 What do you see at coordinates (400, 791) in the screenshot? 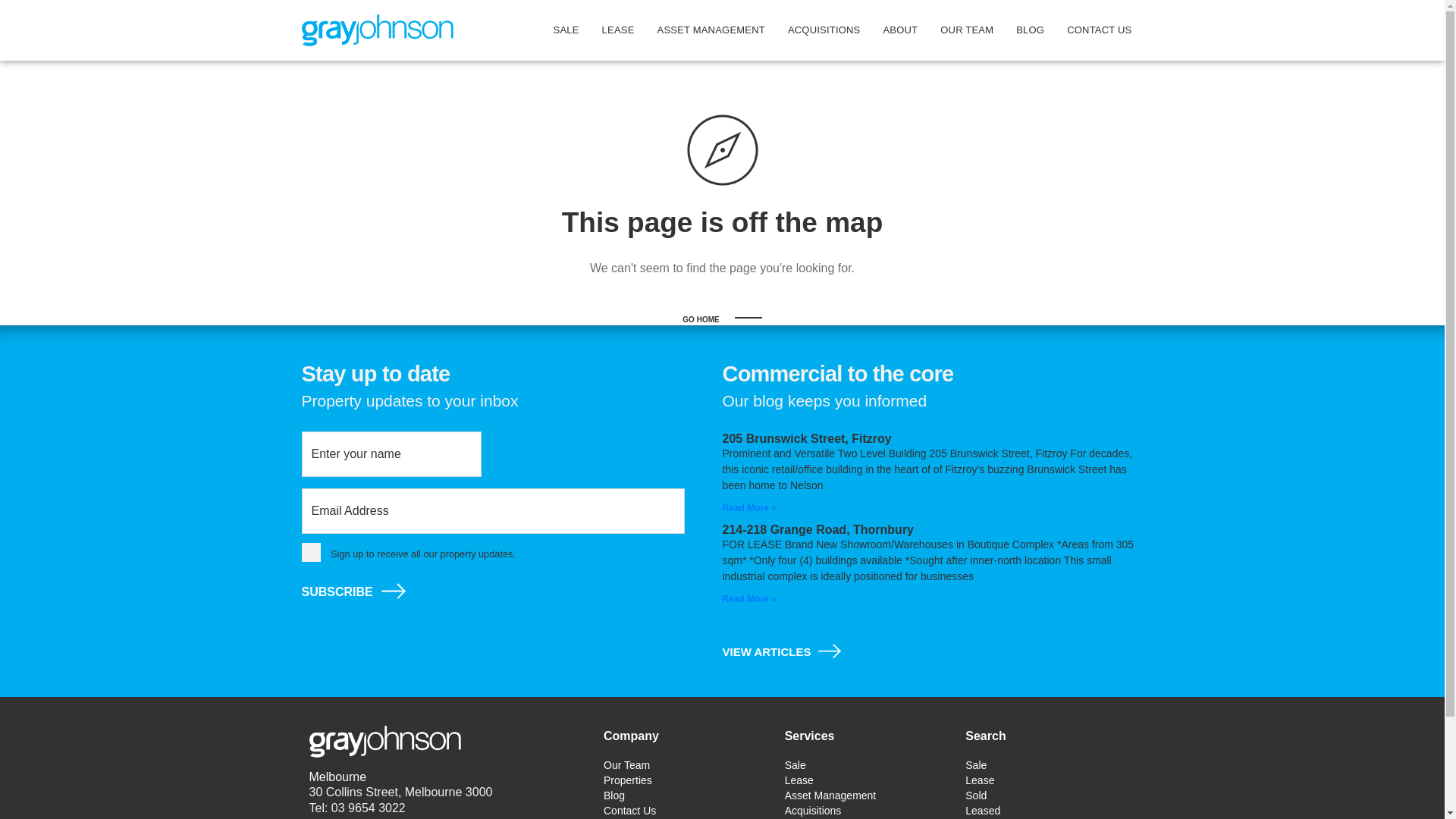
I see `'30 Collins Street, Melbourne 3000'` at bounding box center [400, 791].